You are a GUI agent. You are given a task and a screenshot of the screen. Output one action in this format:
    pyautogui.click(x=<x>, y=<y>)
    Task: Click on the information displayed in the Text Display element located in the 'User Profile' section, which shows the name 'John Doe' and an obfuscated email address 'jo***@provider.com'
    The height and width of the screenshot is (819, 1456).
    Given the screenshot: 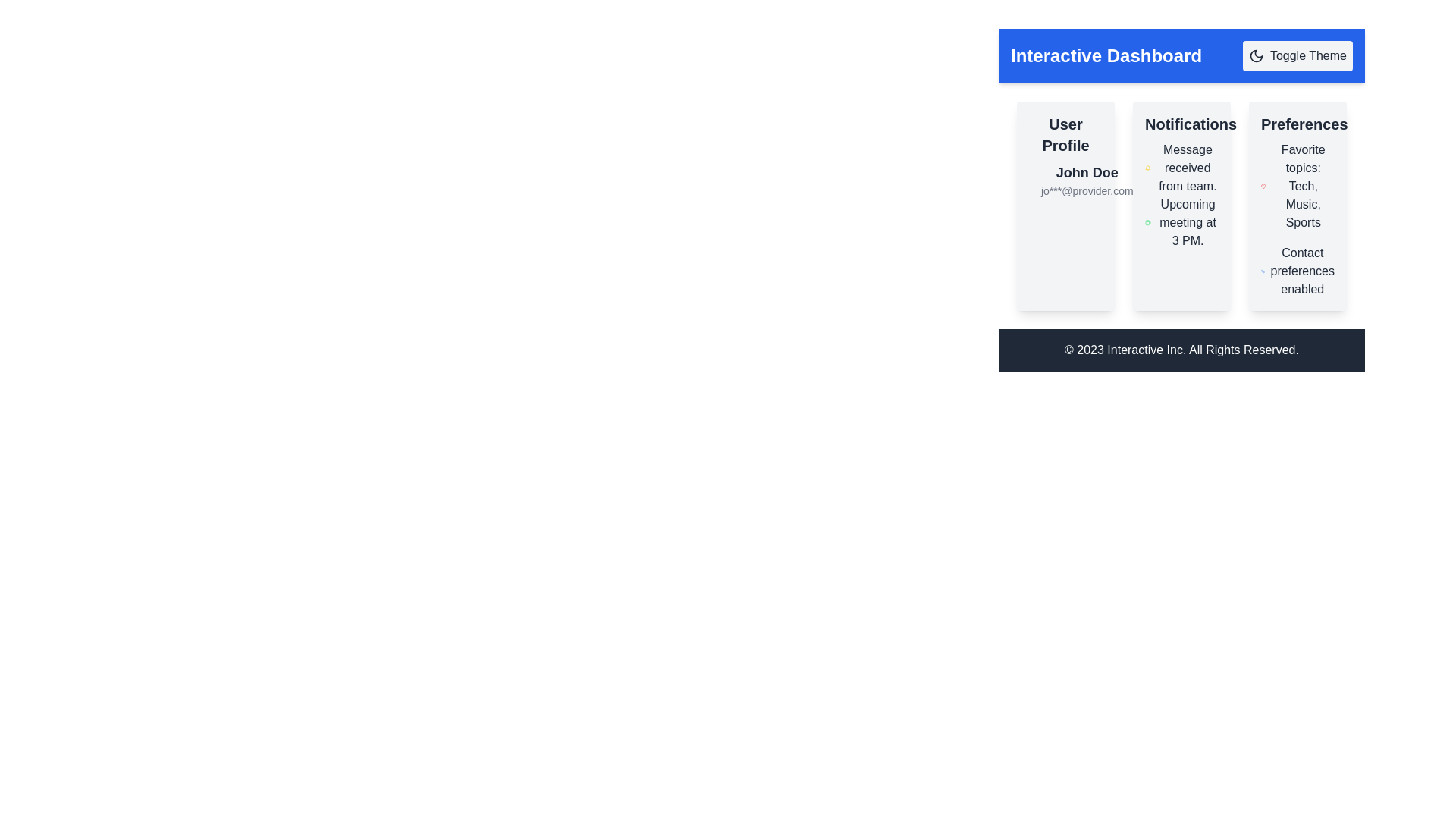 What is the action you would take?
    pyautogui.click(x=1086, y=180)
    